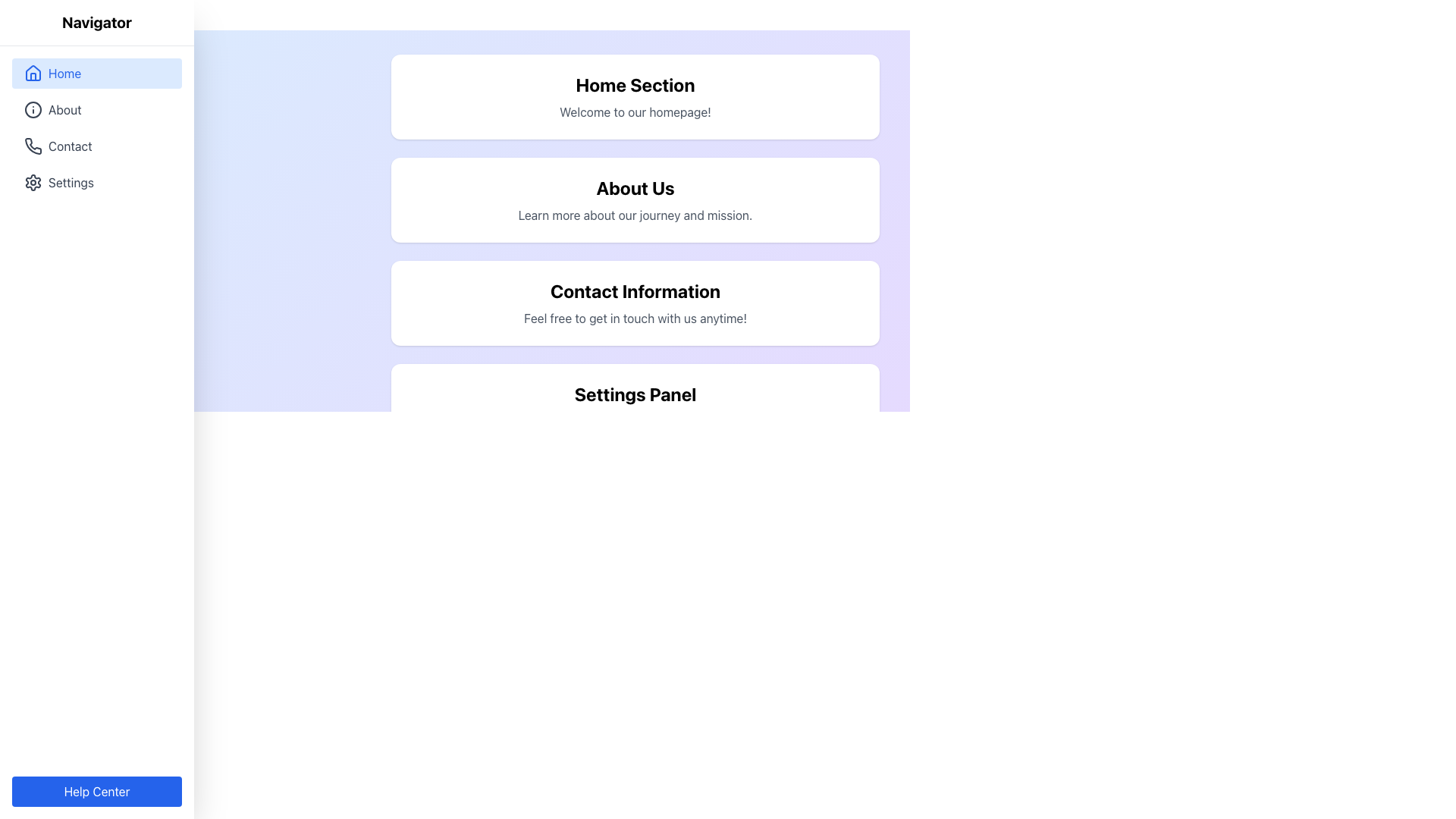 Image resolution: width=1456 pixels, height=819 pixels. What do you see at coordinates (635, 291) in the screenshot?
I see `the bolded text element labeled 'Contact Information', which is located in the third section panel from the top, under 'About Us'` at bounding box center [635, 291].